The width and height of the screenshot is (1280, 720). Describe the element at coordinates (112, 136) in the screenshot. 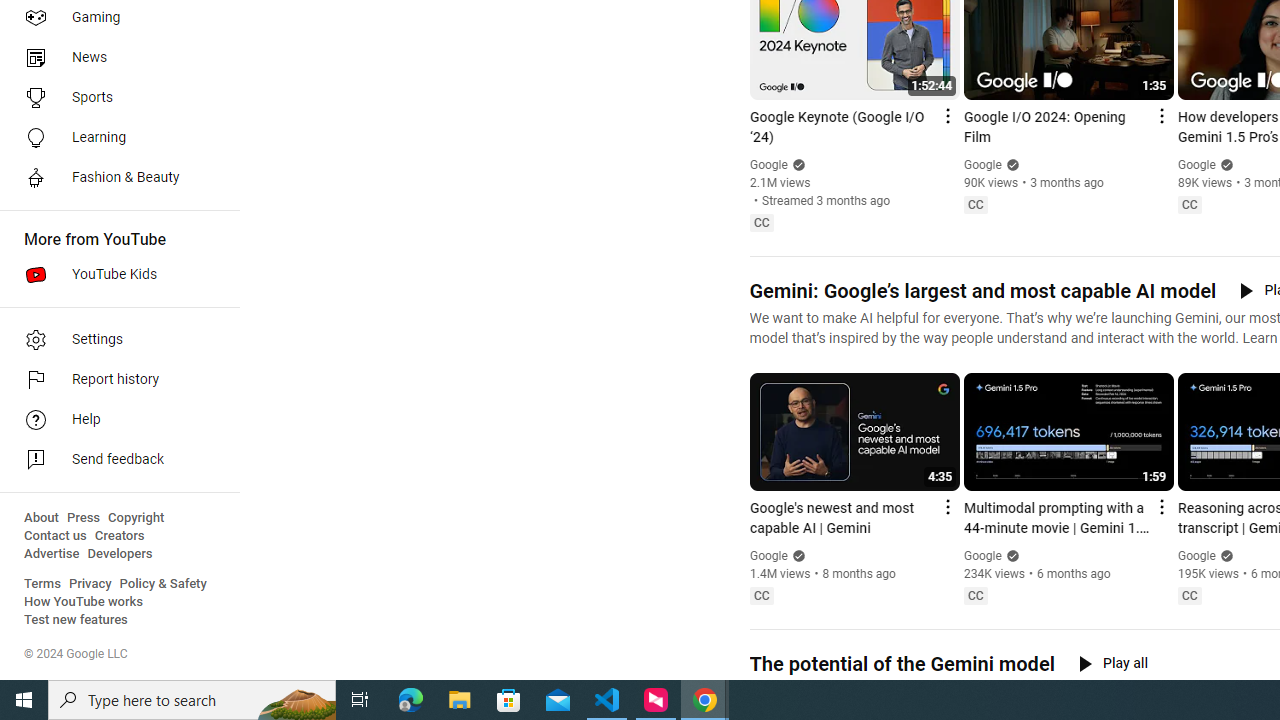

I see `'Learning'` at that location.